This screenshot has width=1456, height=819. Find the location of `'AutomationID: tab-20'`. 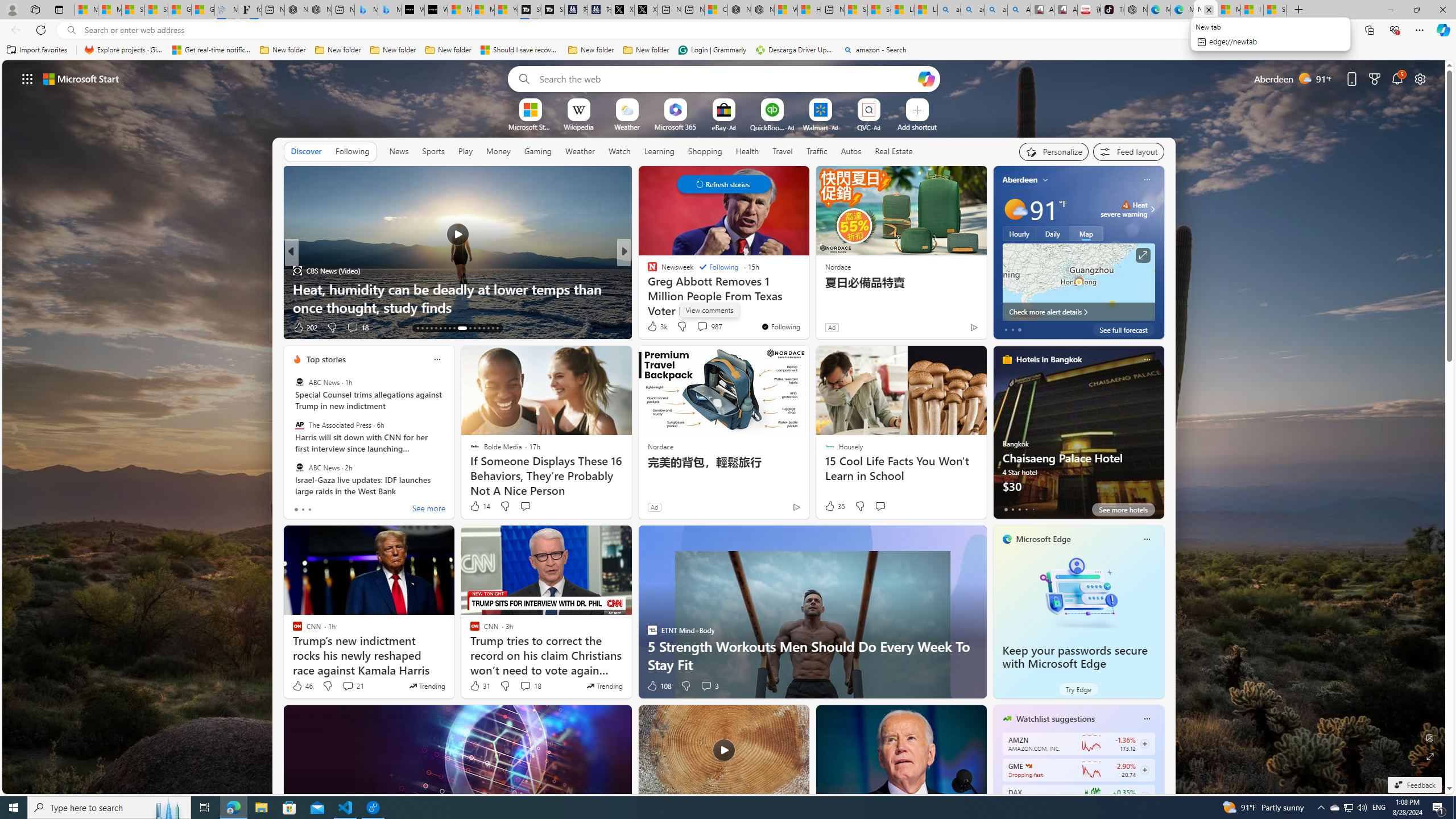

'AutomationID: tab-20' is located at coordinates (449, 328).